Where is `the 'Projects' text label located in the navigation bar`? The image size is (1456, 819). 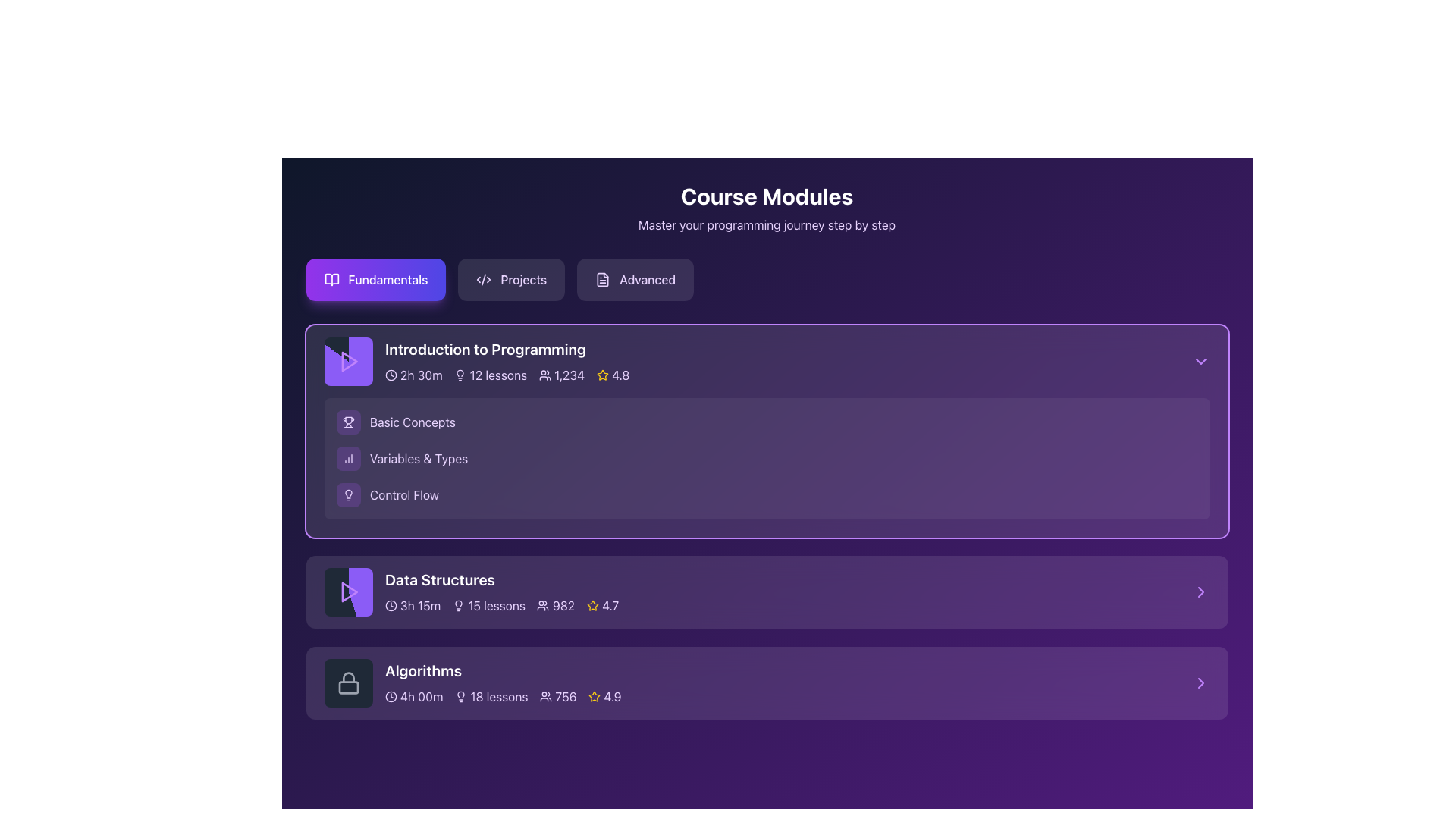
the 'Projects' text label located in the navigation bar is located at coordinates (523, 280).